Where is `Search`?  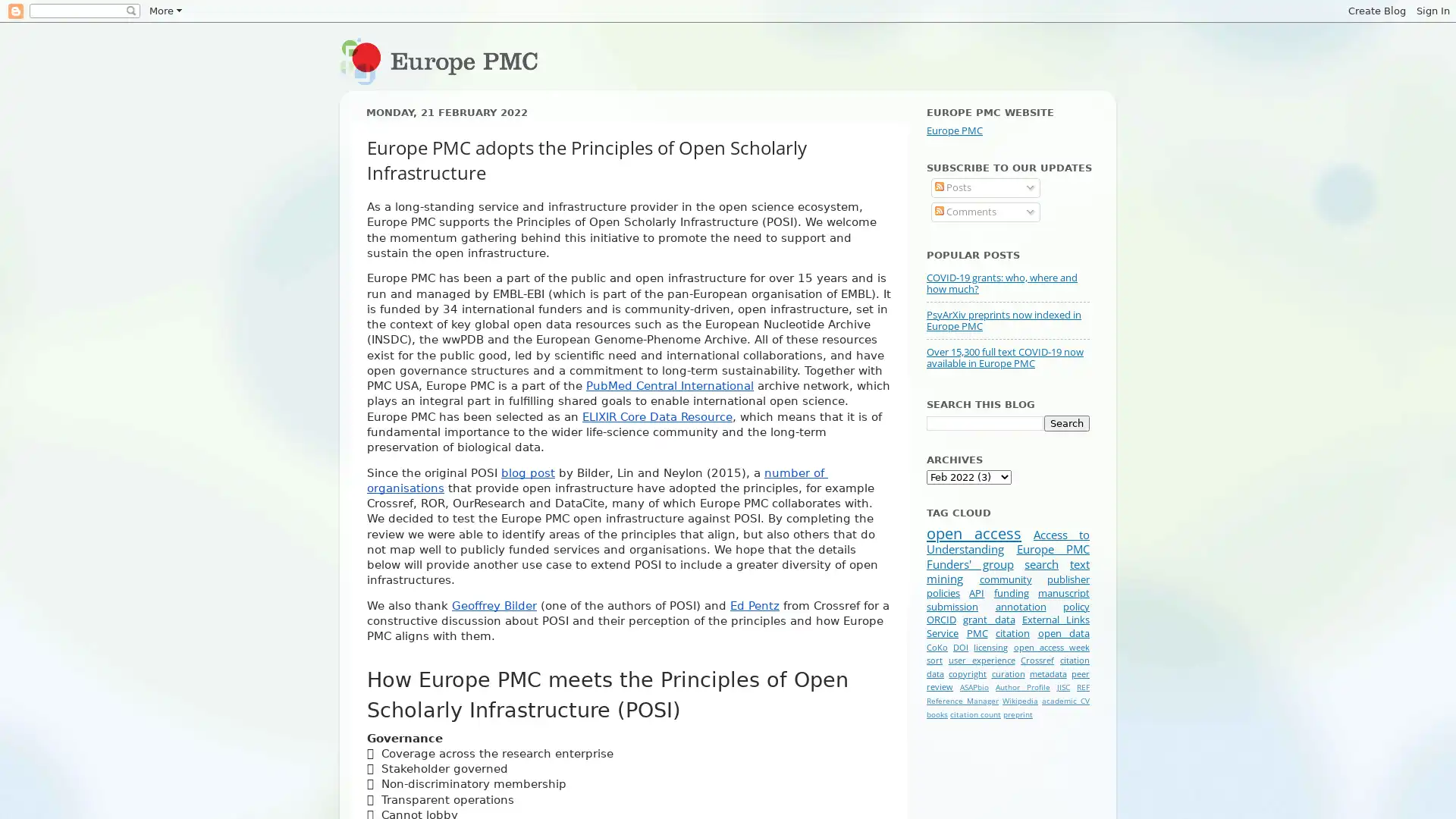 Search is located at coordinates (1065, 422).